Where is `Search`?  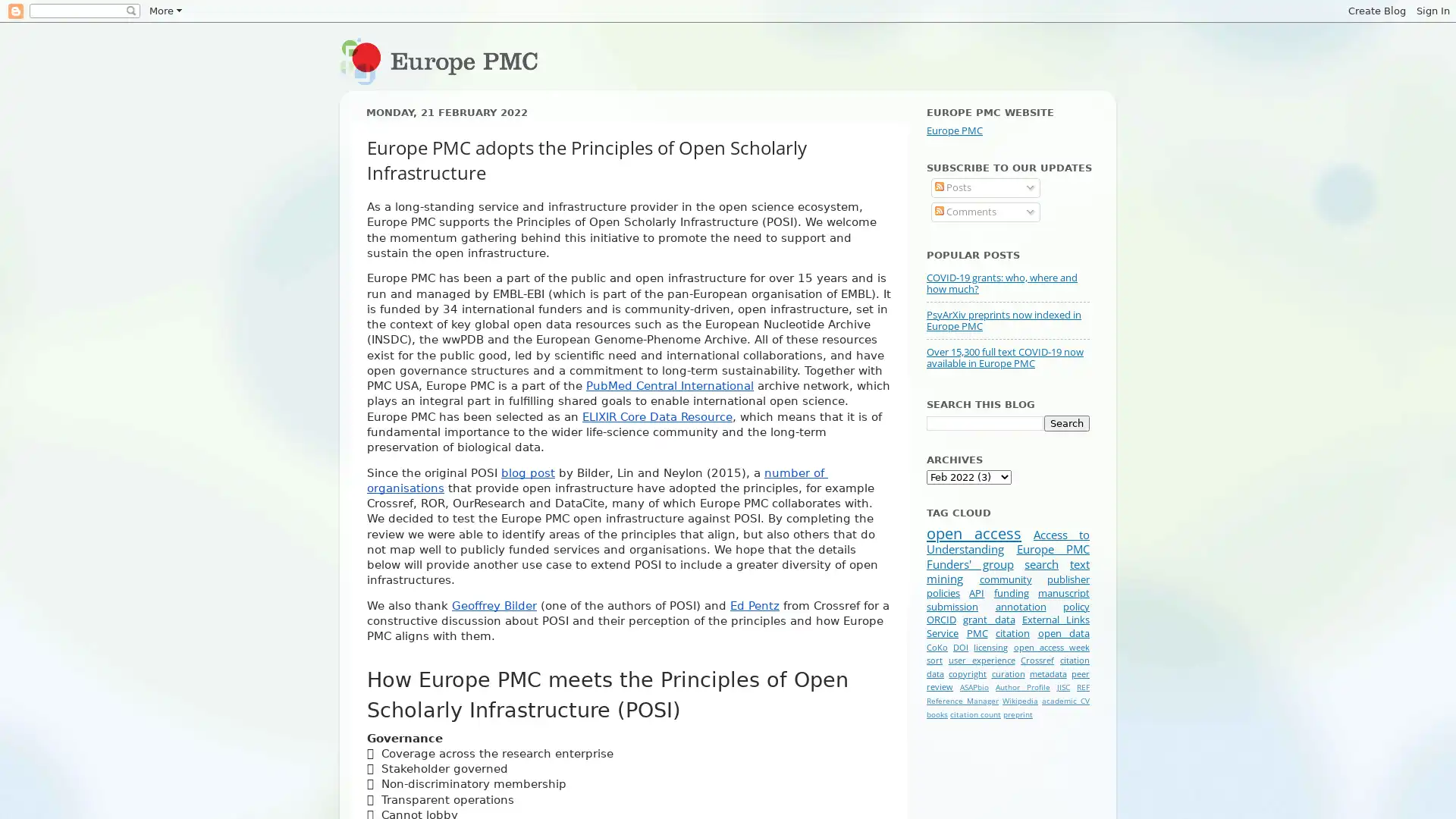 Search is located at coordinates (1065, 422).